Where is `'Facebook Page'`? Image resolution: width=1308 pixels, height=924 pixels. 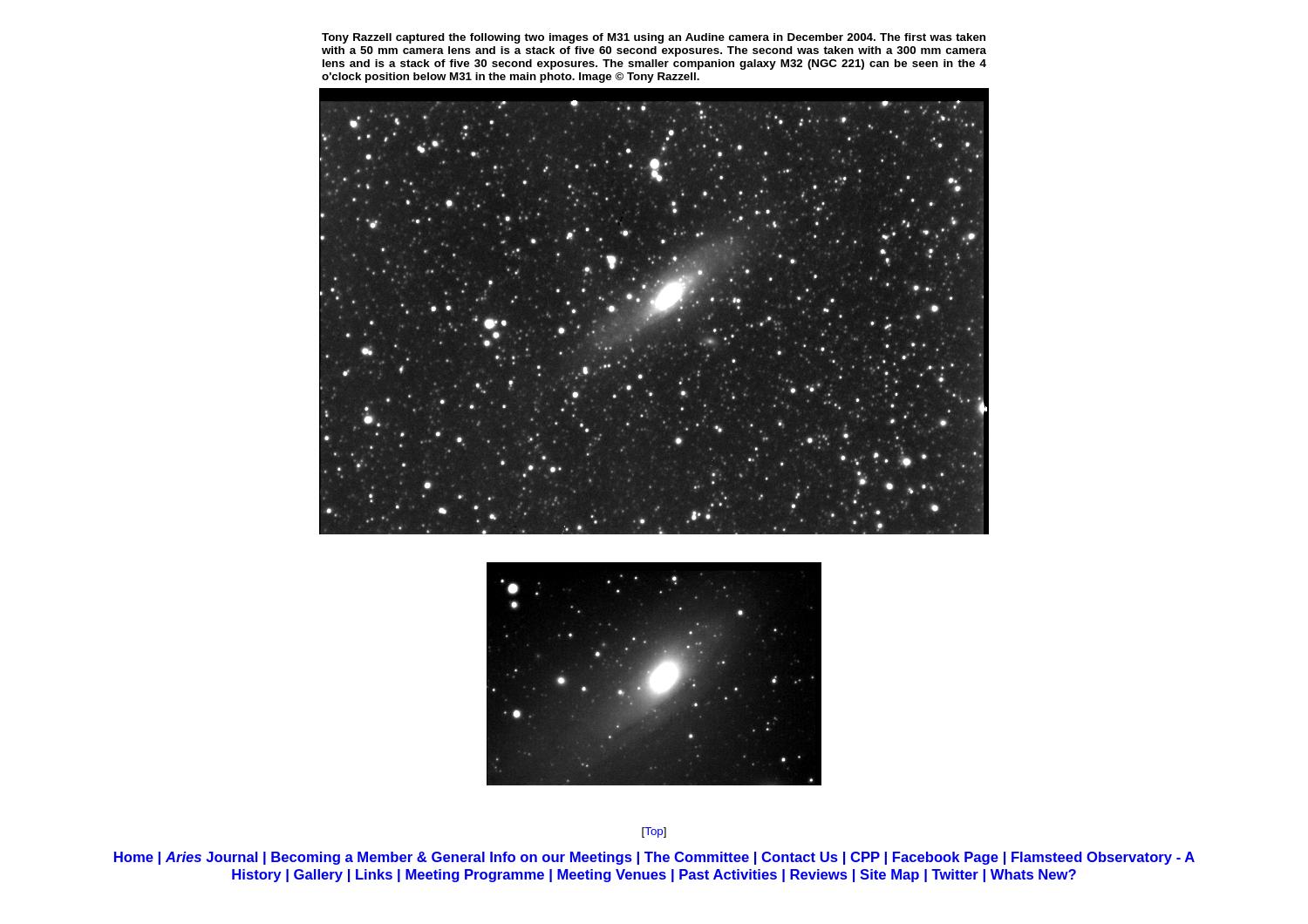
'Facebook Page' is located at coordinates (944, 856).